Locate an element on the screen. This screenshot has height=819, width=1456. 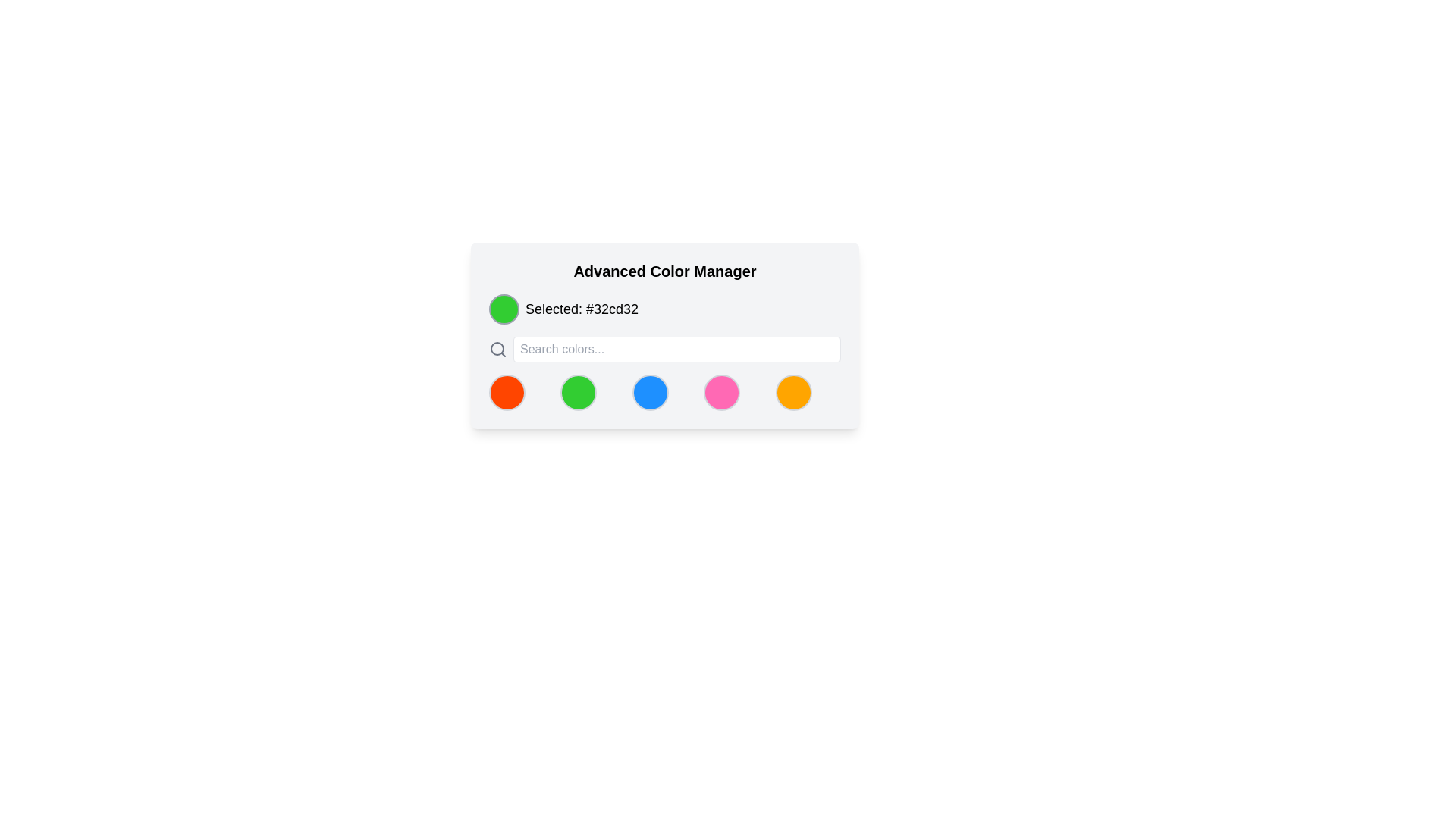
the circular search icon with a magnifying glass shape, styled in gray, located to the left of the 'Search colors...' text input field is located at coordinates (498, 350).